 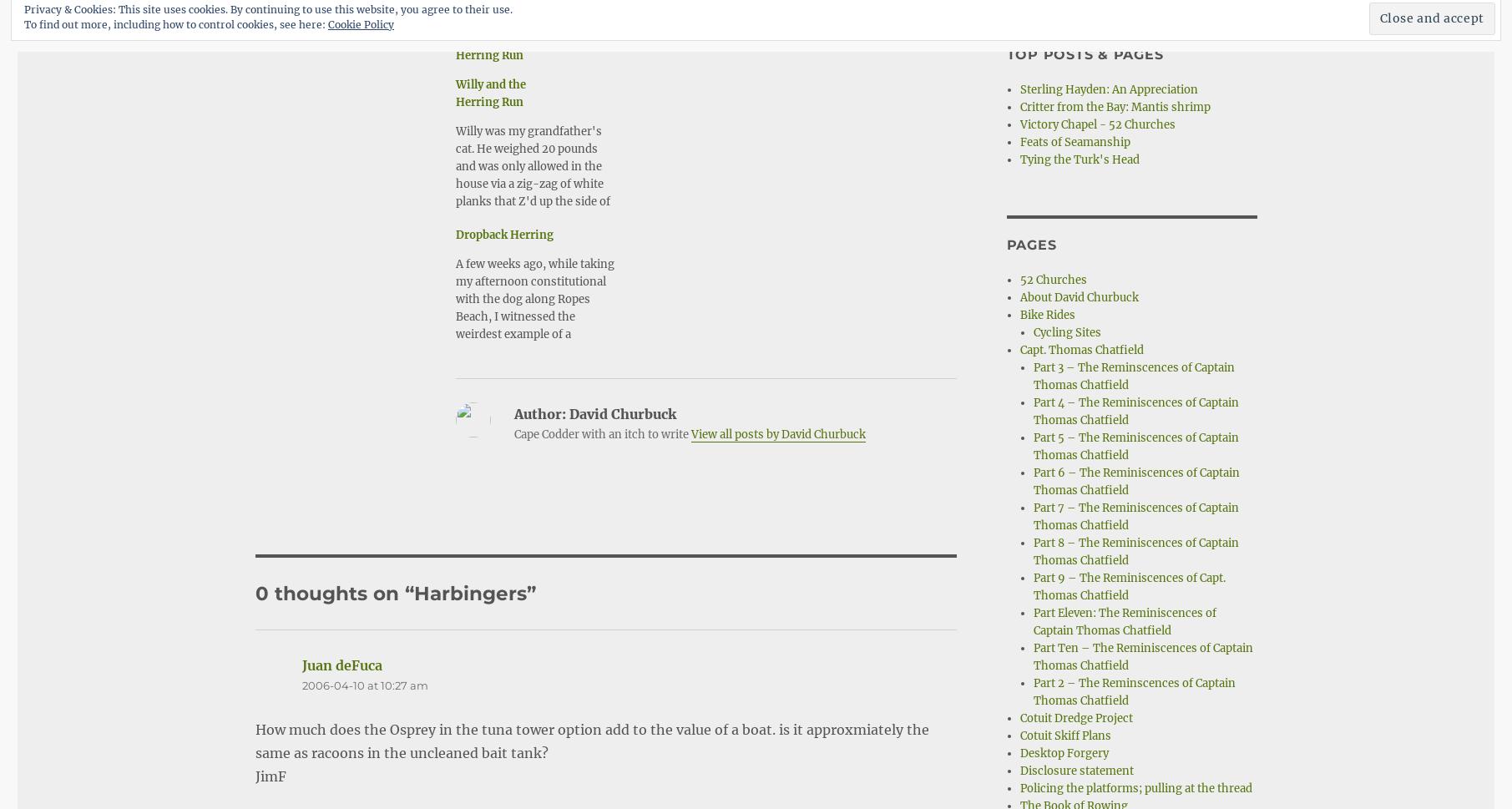 What do you see at coordinates (1019, 787) in the screenshot?
I see `'Policing the platforms; pulling at the thread'` at bounding box center [1019, 787].